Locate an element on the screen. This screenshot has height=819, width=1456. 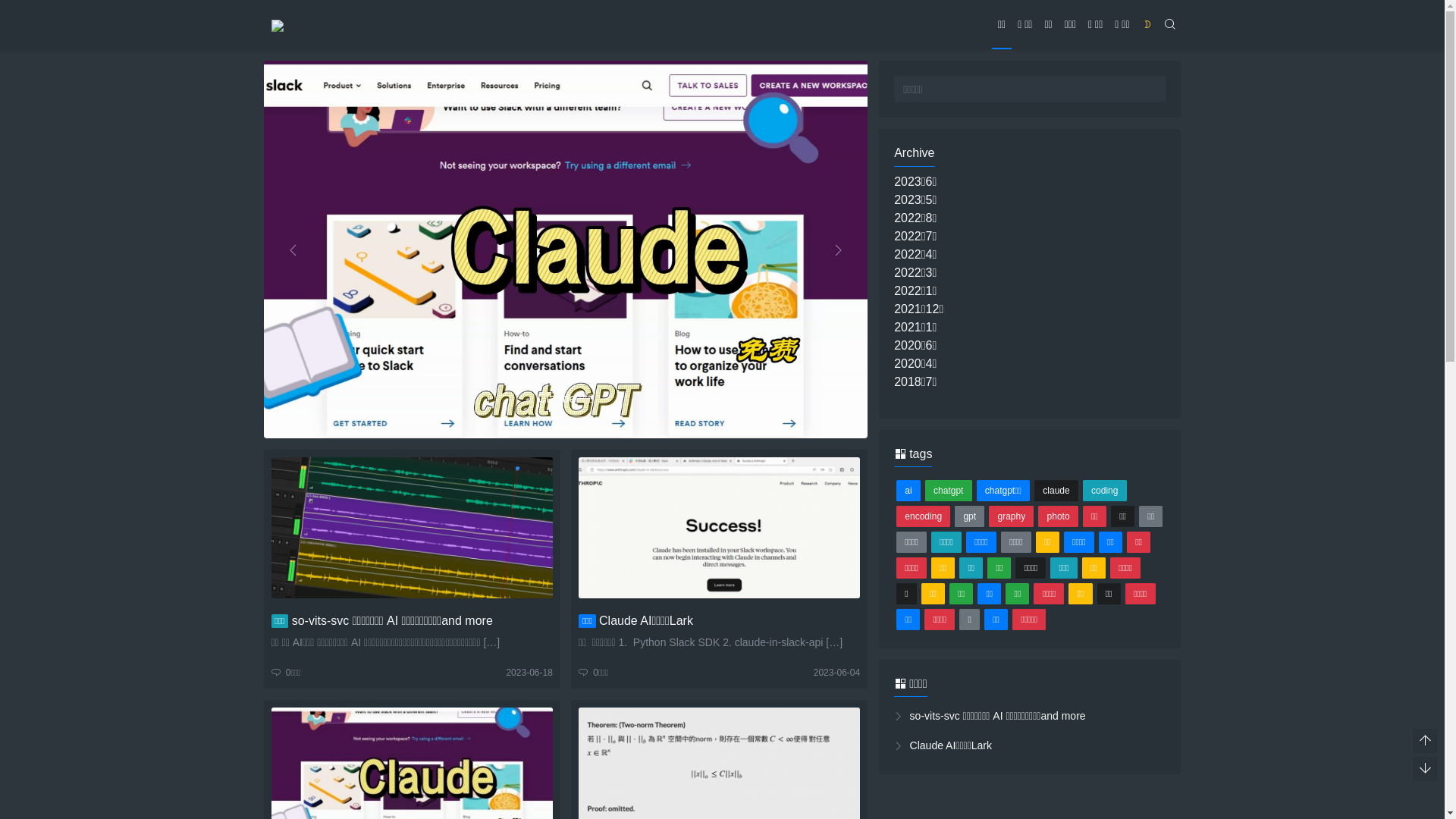
'gpt' is located at coordinates (968, 516).